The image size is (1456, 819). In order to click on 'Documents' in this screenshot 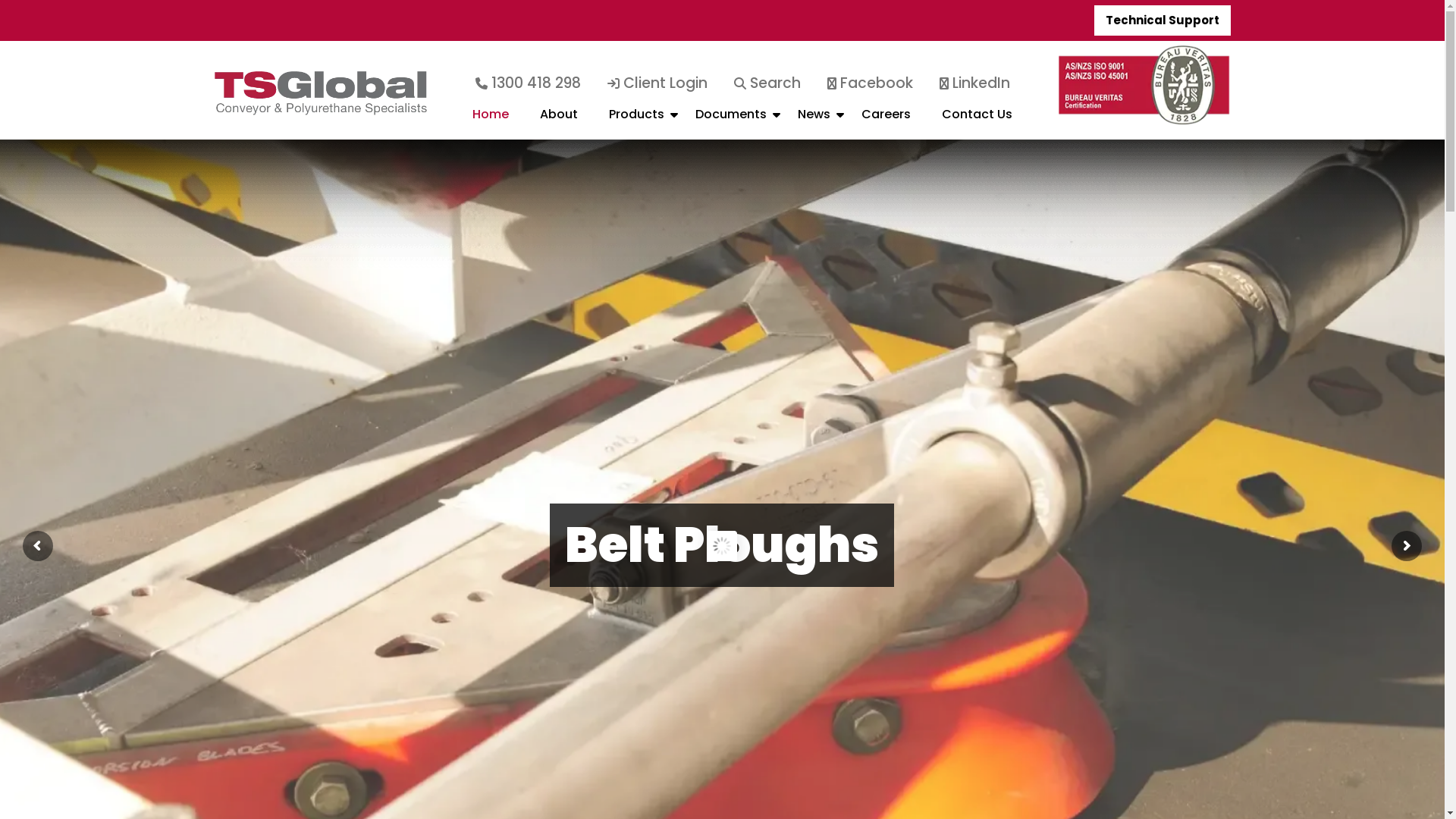, I will do `click(731, 120)`.